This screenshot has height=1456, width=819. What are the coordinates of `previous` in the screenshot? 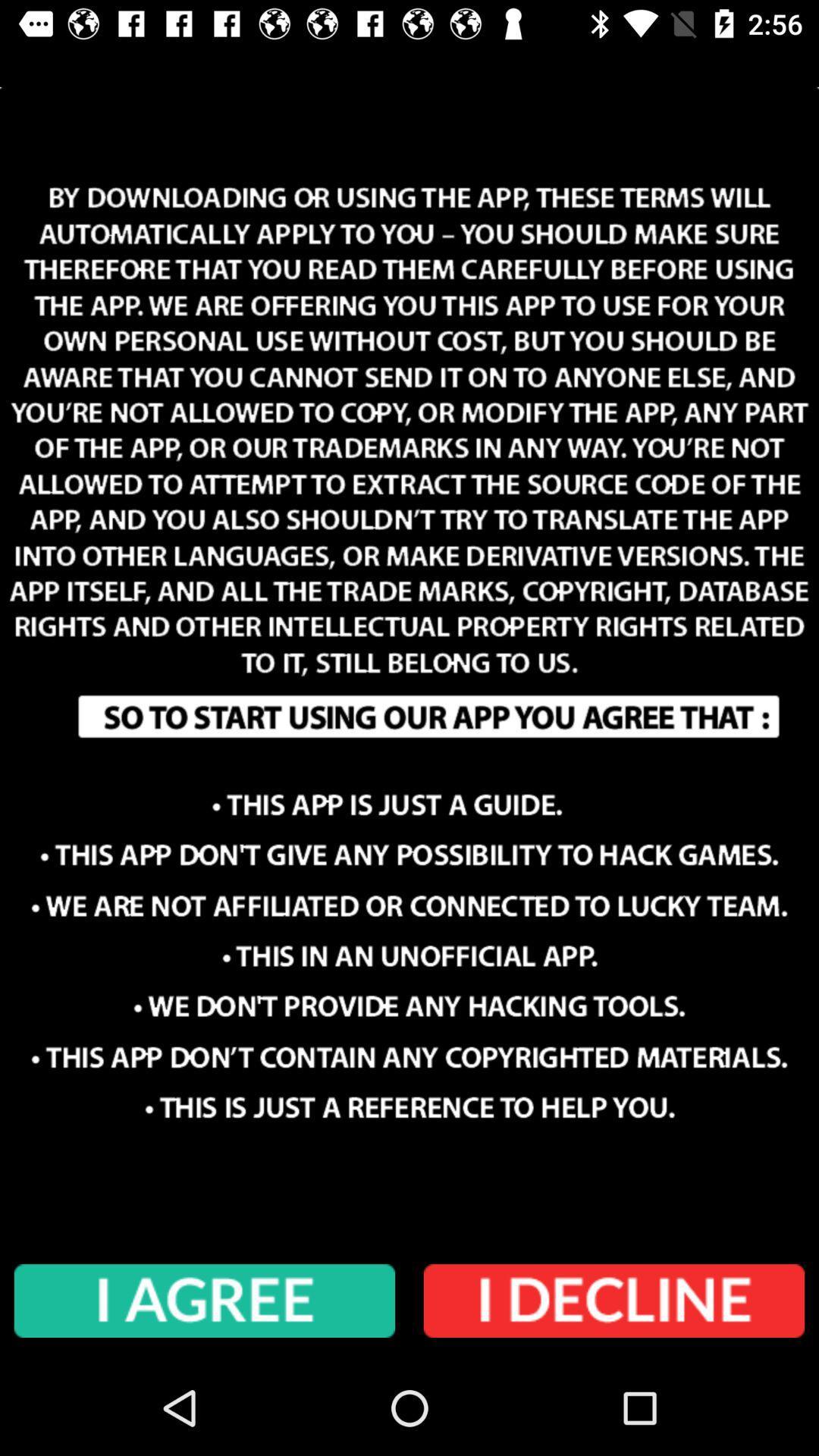 It's located at (614, 1301).